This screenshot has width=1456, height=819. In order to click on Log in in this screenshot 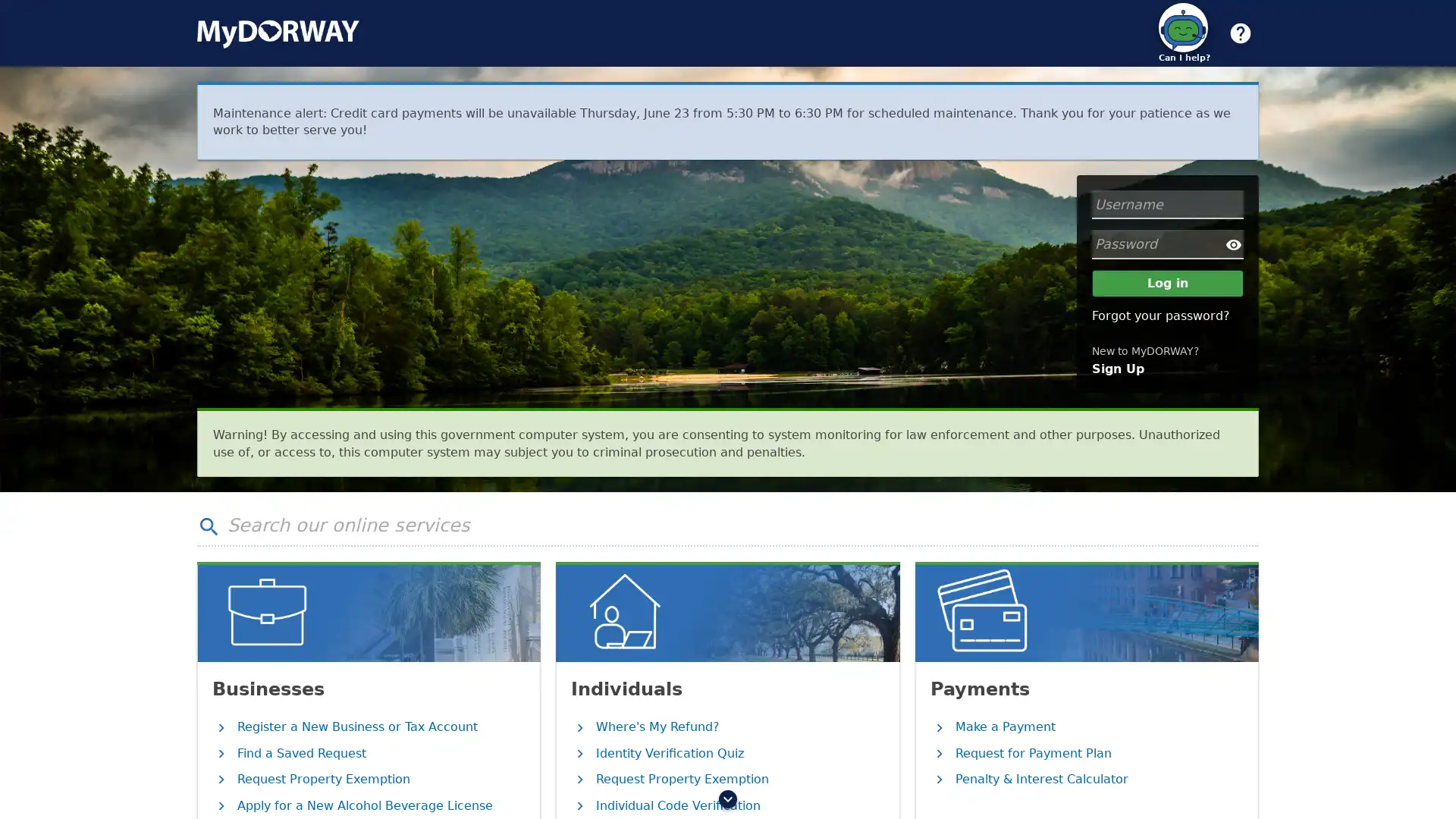, I will do `click(1167, 284)`.